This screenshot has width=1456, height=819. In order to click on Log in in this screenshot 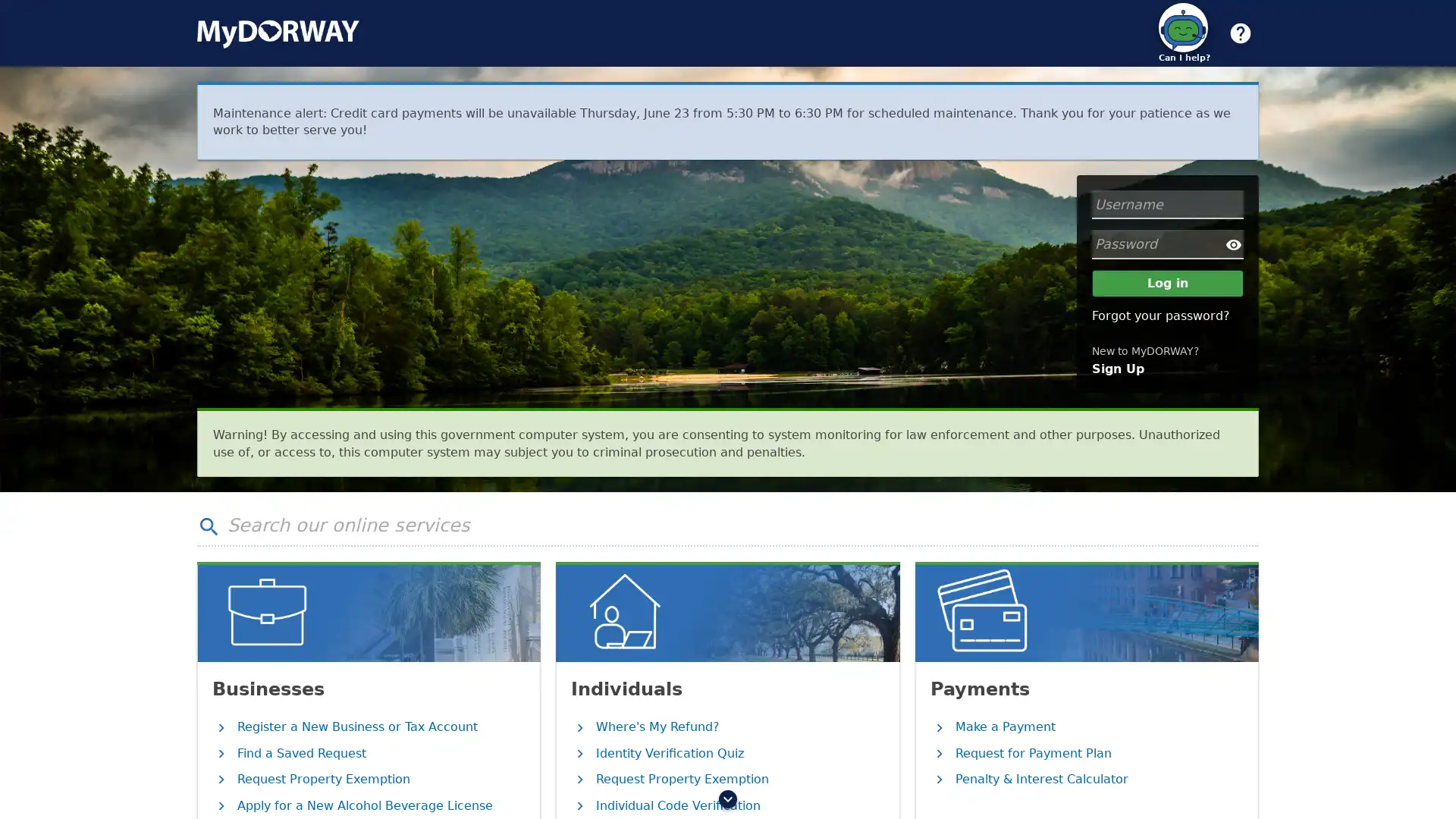, I will do `click(1167, 284)`.